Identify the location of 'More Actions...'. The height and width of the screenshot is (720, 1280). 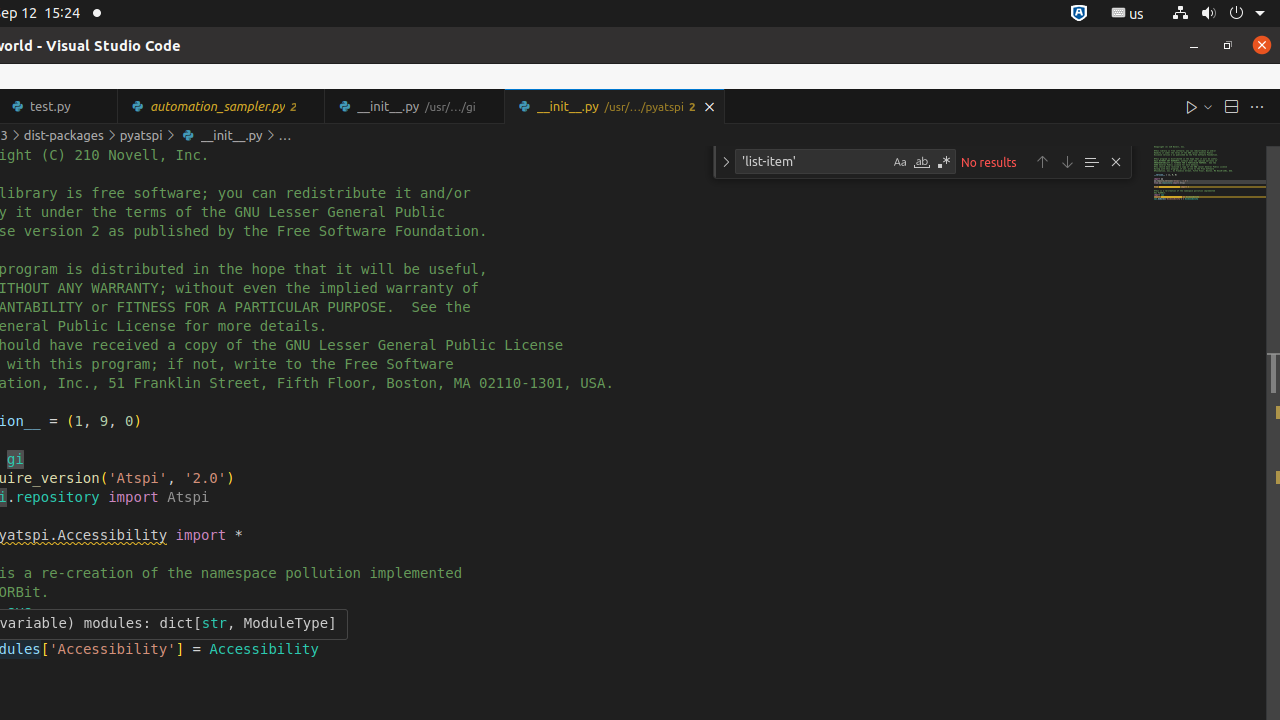
(1255, 106).